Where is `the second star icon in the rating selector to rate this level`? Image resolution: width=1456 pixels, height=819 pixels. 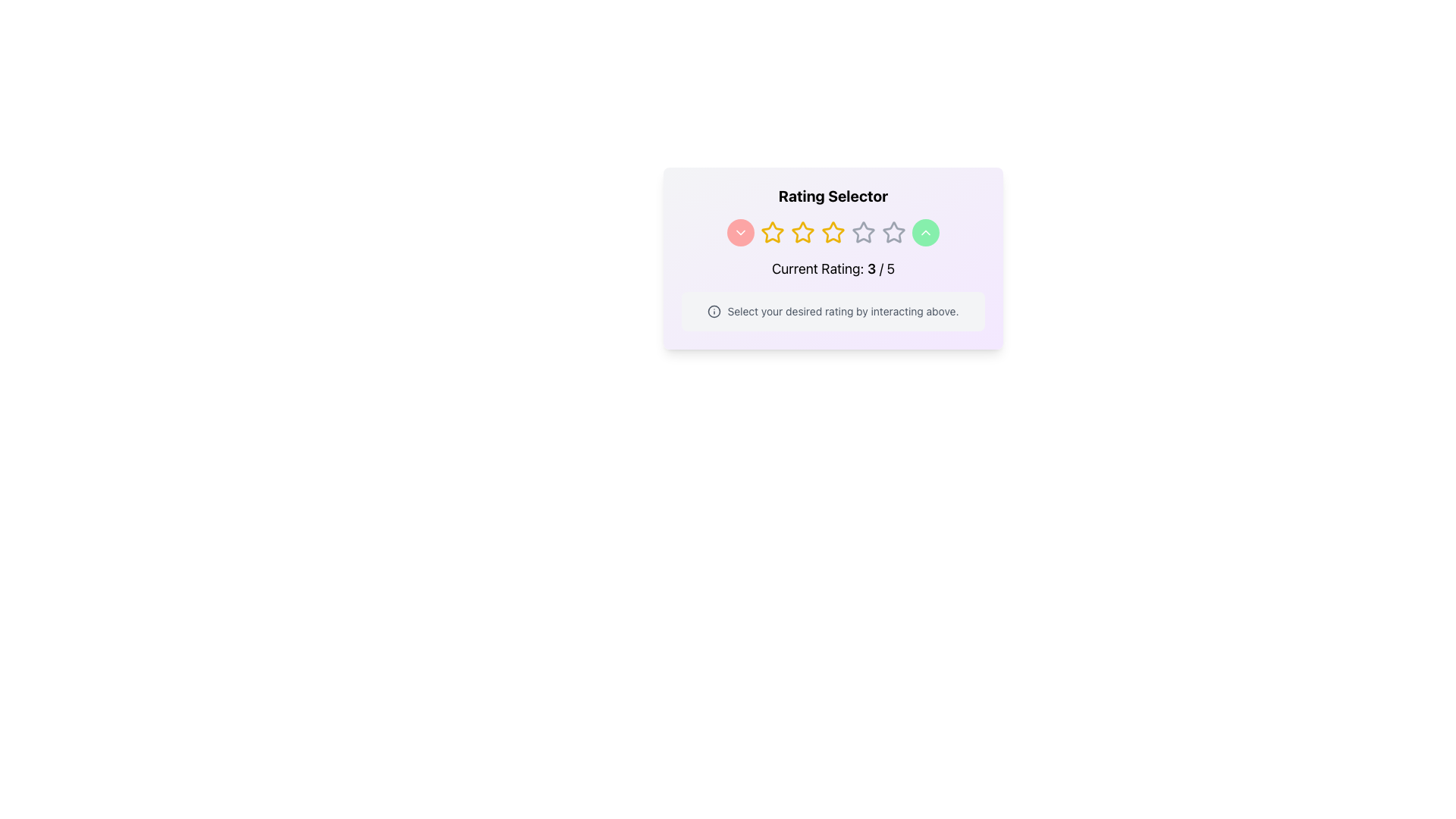 the second star icon in the rating selector to rate this level is located at coordinates (772, 233).